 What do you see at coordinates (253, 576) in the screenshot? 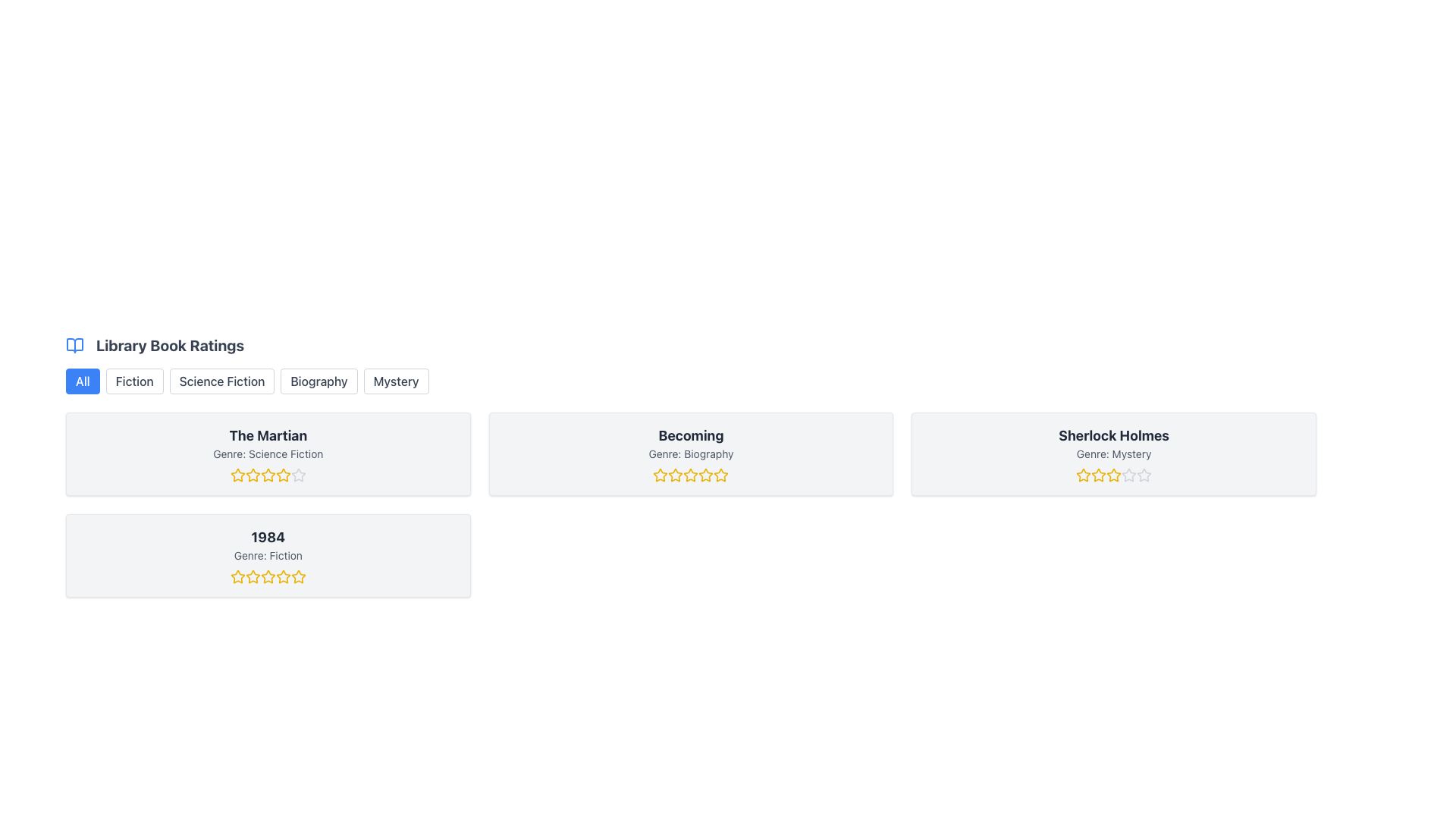
I see `the second star icon in the rating system located below the '1984' book entry` at bounding box center [253, 576].